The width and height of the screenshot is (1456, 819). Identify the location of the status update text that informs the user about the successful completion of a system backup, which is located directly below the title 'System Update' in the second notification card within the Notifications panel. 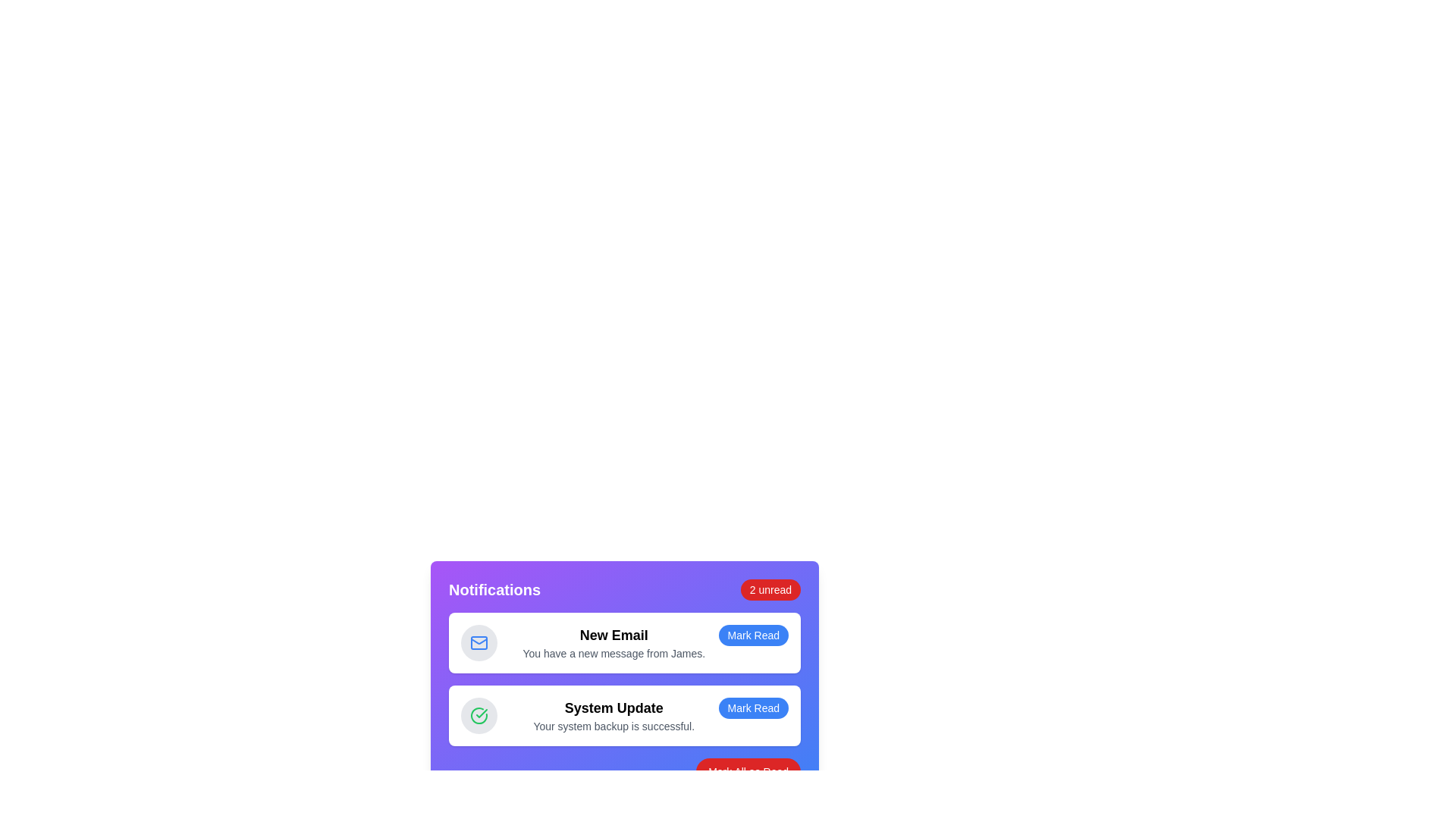
(613, 725).